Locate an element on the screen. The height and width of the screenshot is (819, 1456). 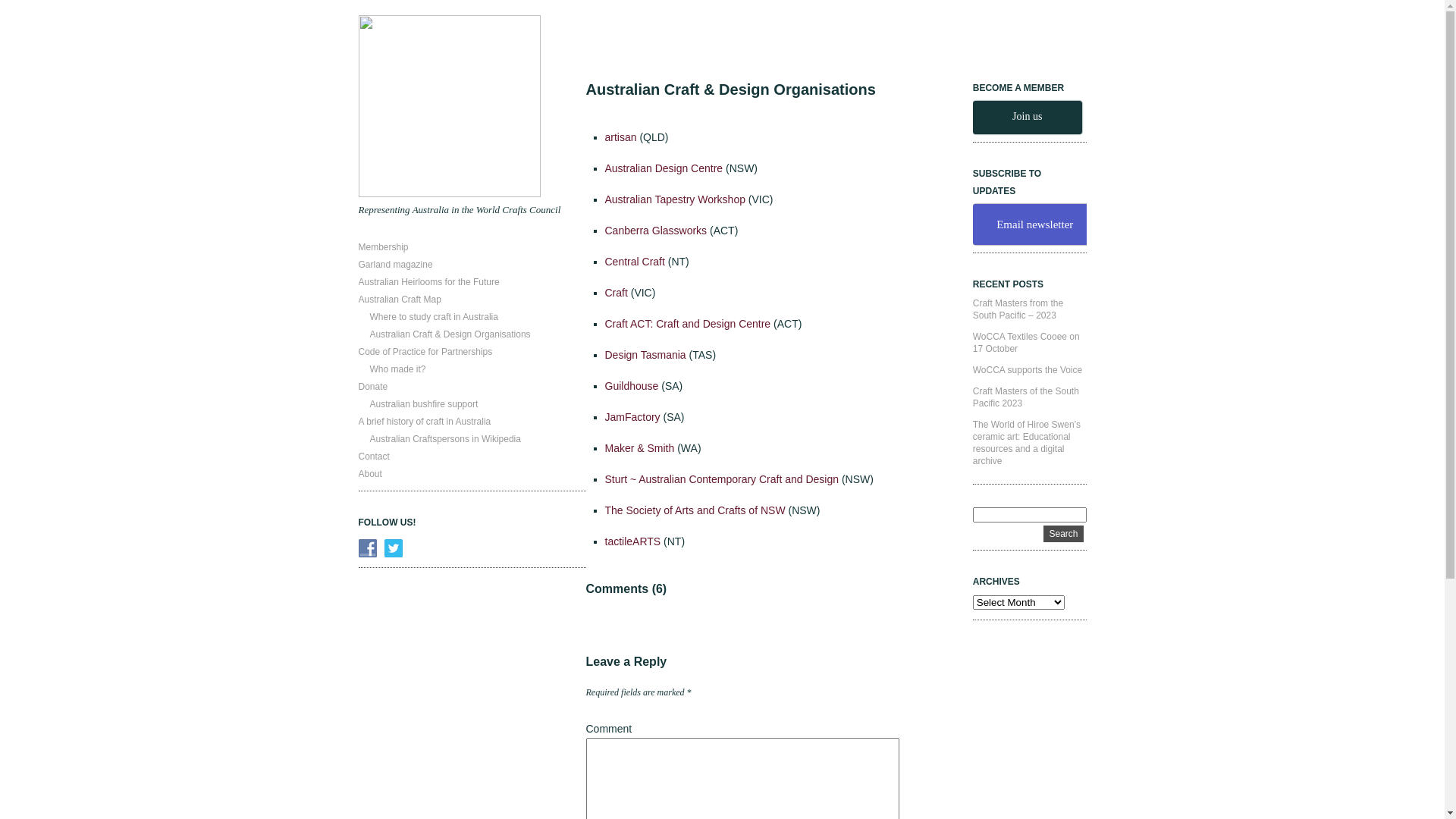
'Craft ACT: Craft and Design Centre' is located at coordinates (687, 323).